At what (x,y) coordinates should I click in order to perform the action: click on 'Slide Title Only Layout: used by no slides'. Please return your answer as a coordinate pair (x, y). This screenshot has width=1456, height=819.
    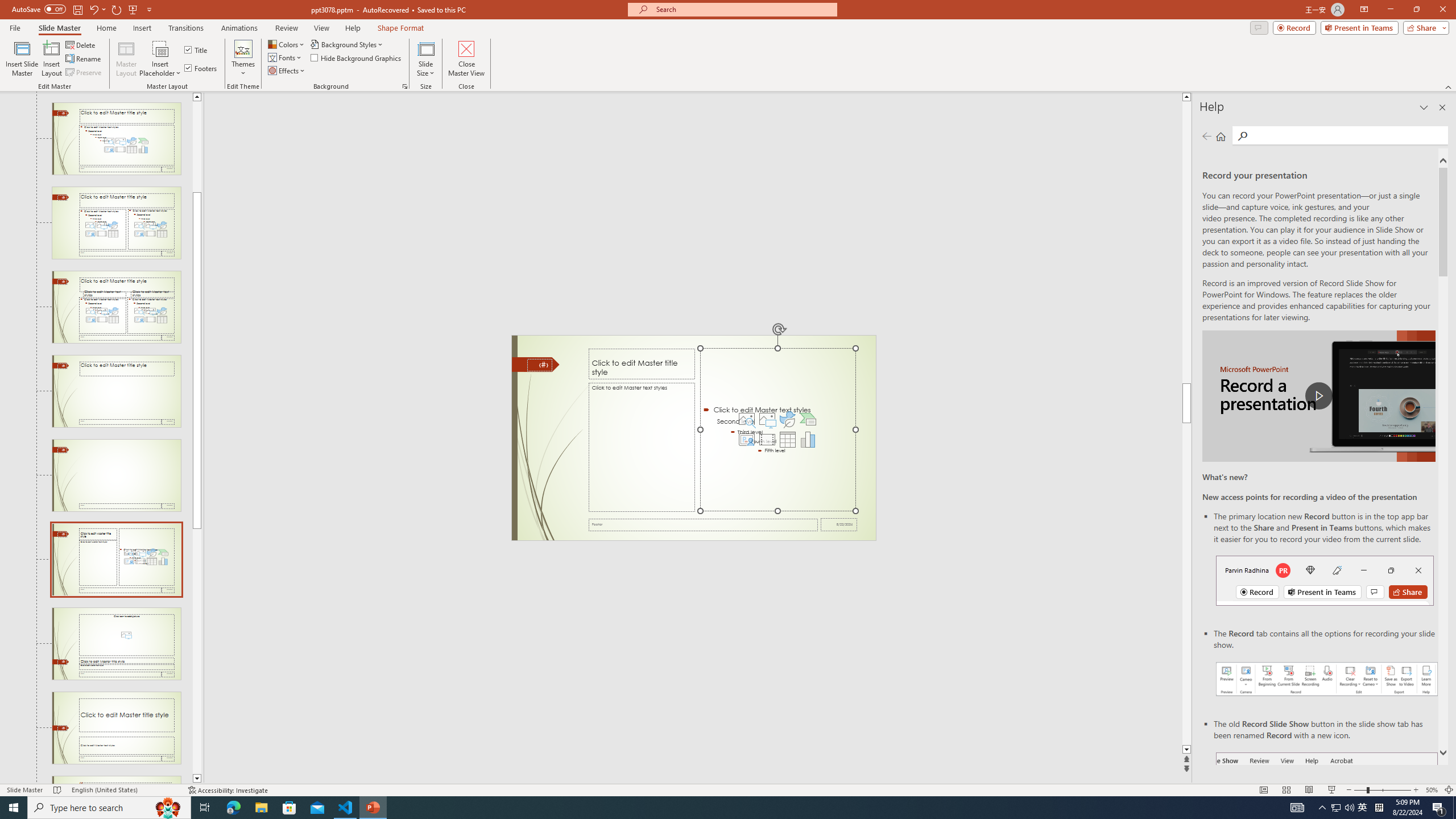
    Looking at the image, I should click on (115, 391).